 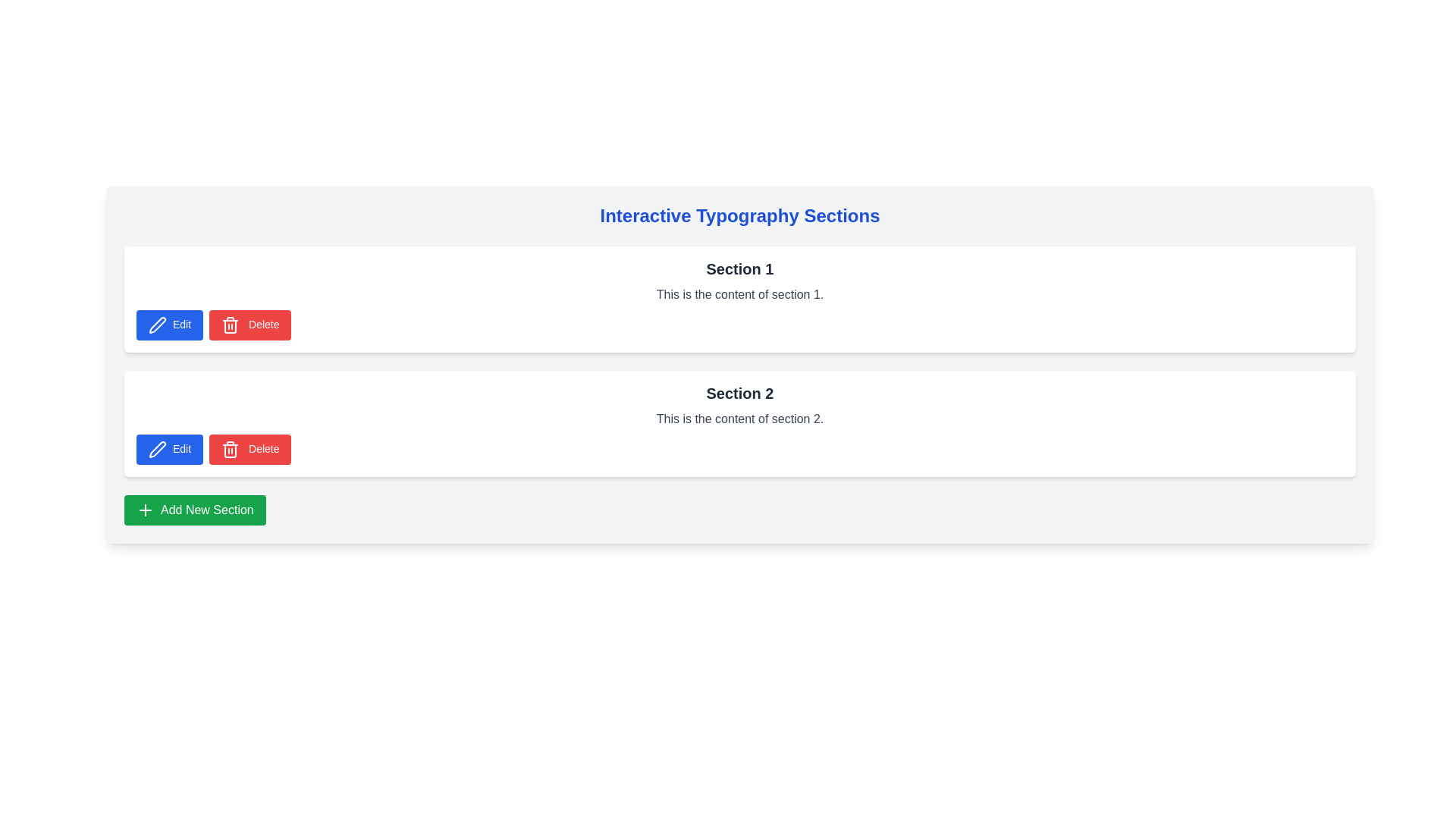 I want to click on the section header element that labels the second section, which is located below the 'Interactive Typography Sections' title and above the content of section 2, so click(x=739, y=393).